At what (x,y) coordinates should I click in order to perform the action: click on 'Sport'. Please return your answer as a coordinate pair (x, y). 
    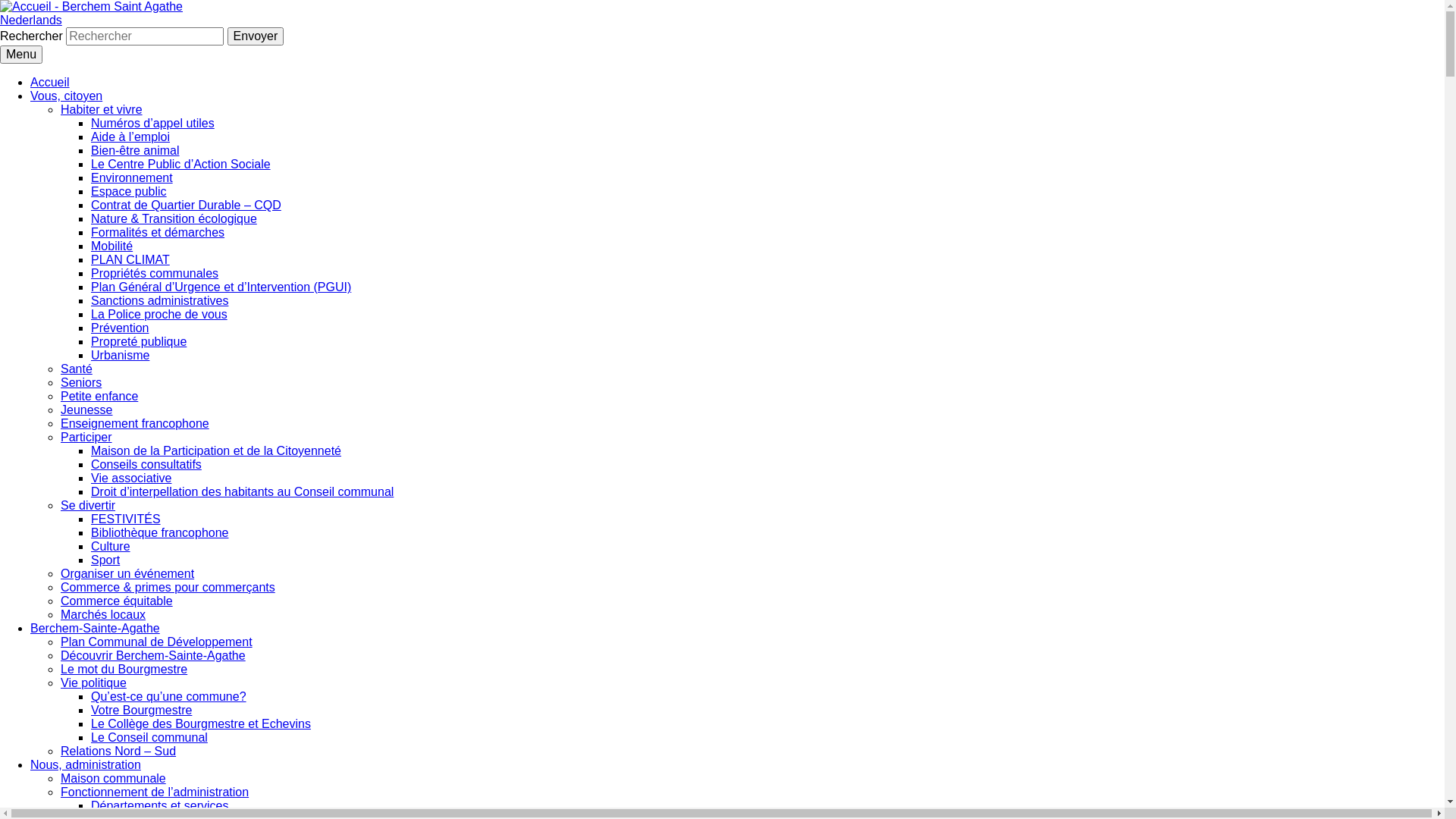
    Looking at the image, I should click on (90, 560).